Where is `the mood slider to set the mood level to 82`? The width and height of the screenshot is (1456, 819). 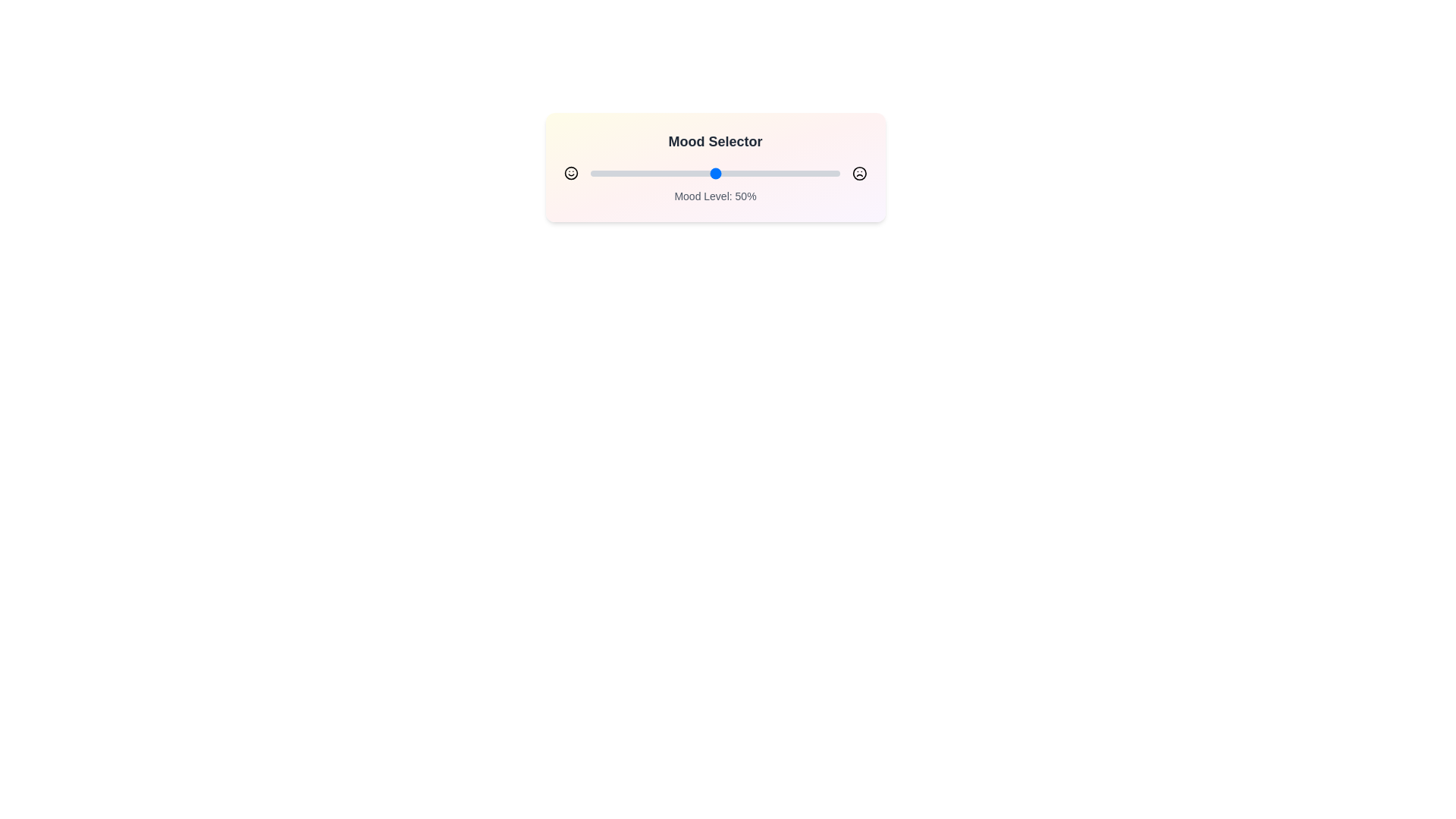 the mood slider to set the mood level to 82 is located at coordinates (794, 172).